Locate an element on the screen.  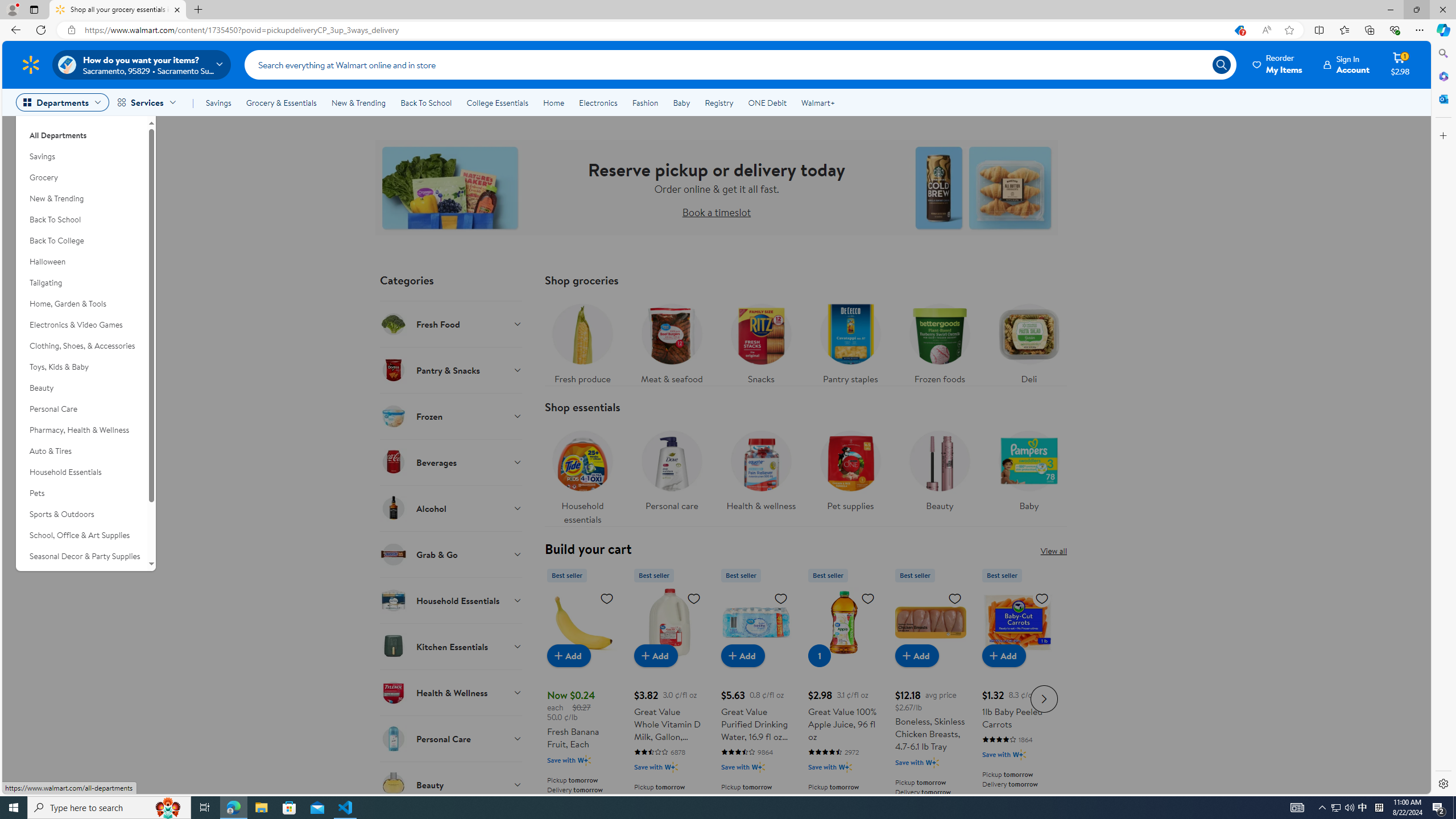
'Deli' is located at coordinates (1029, 340).